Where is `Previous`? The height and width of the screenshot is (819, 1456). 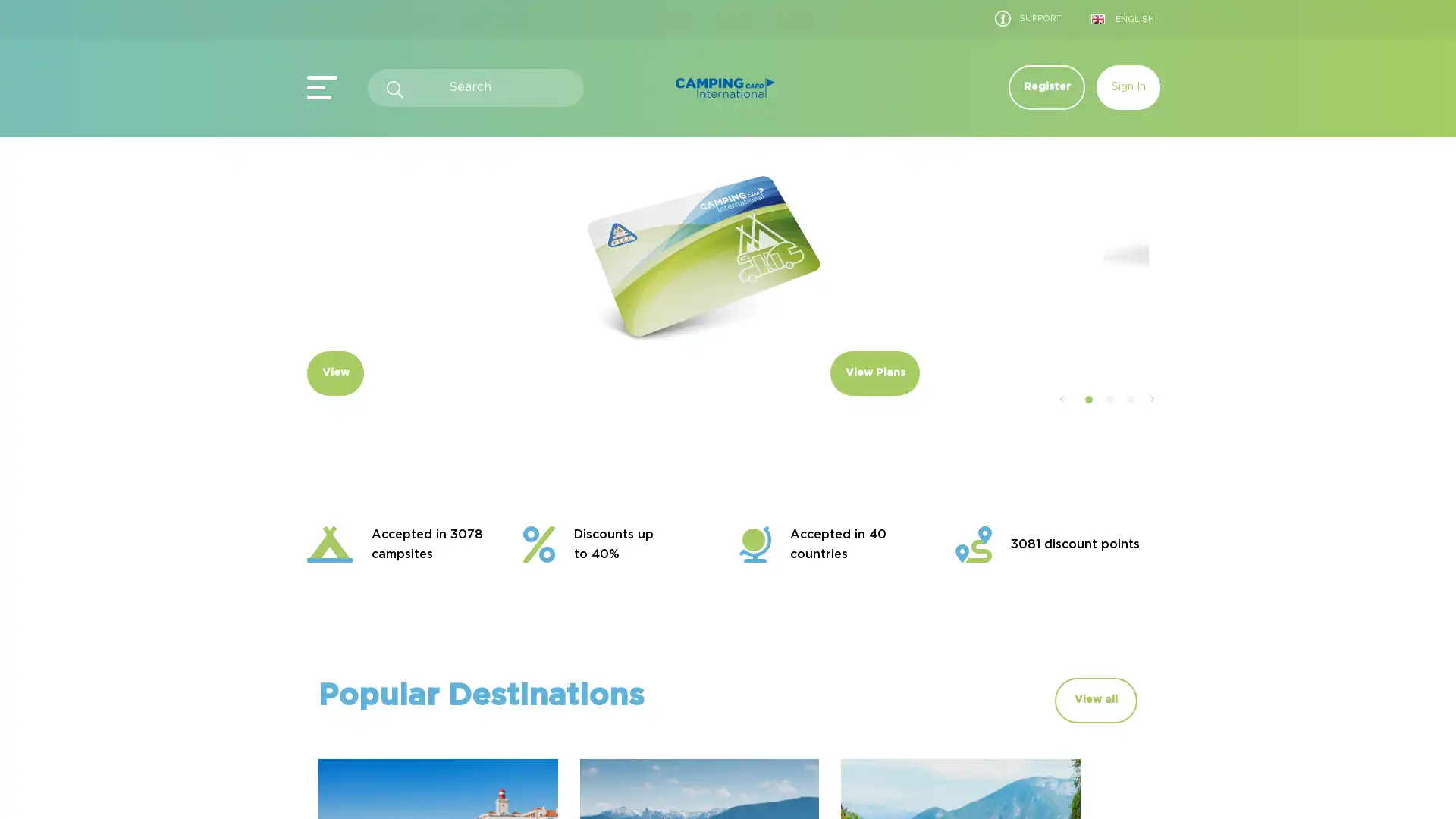
Previous is located at coordinates (1060, 464).